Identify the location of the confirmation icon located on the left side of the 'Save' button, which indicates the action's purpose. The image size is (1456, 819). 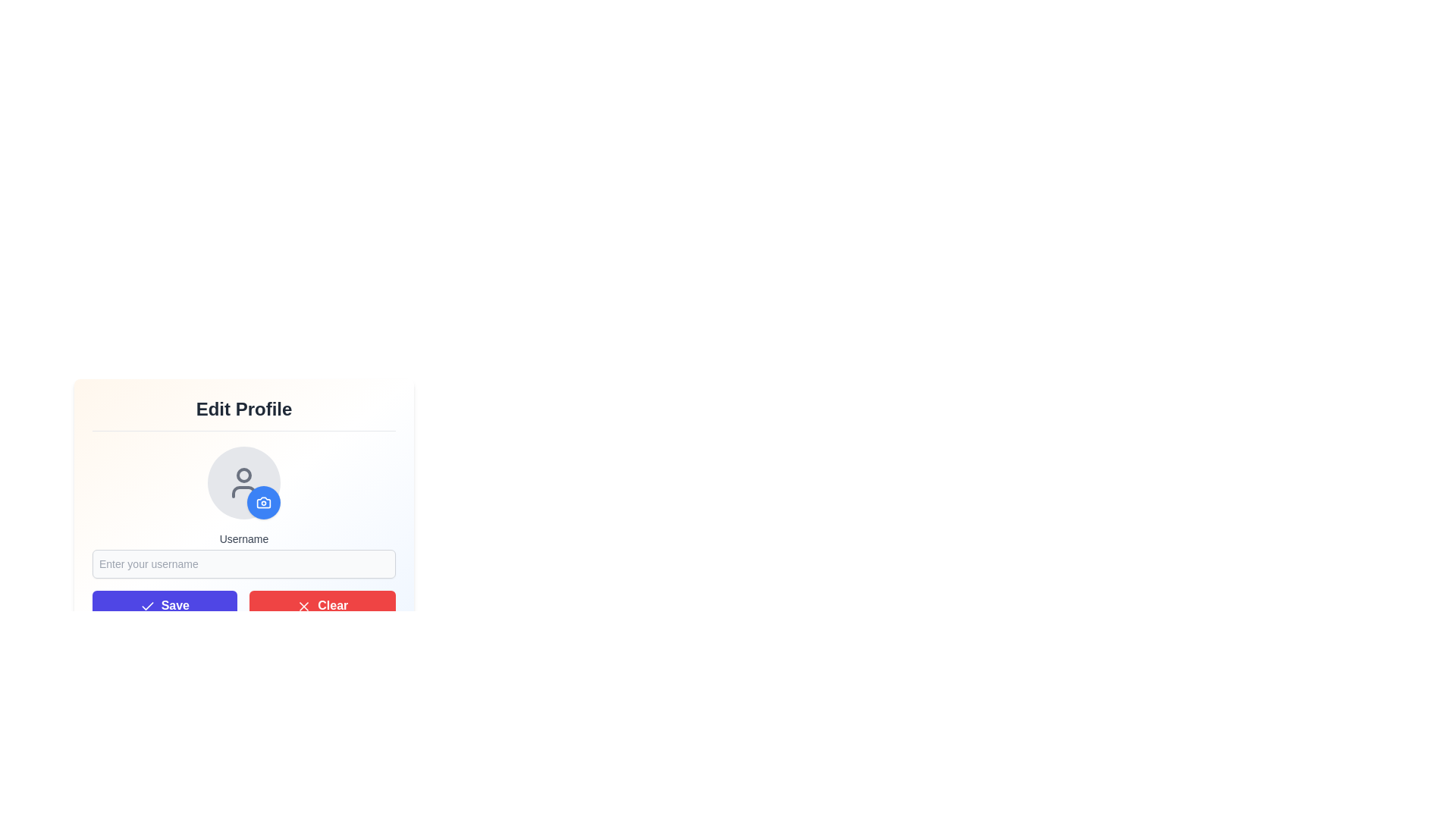
(147, 605).